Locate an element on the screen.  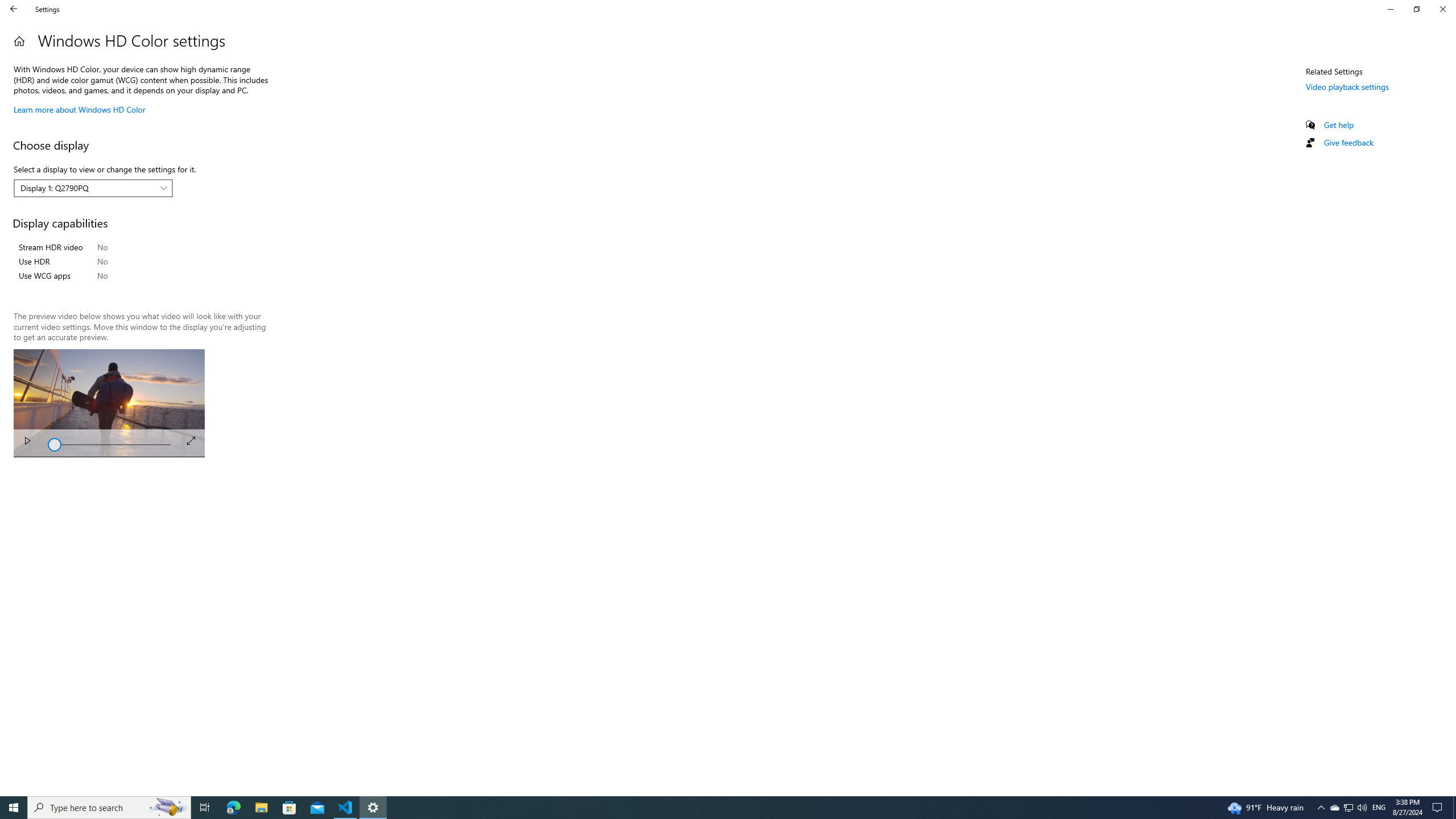
'Home' is located at coordinates (19, 41).